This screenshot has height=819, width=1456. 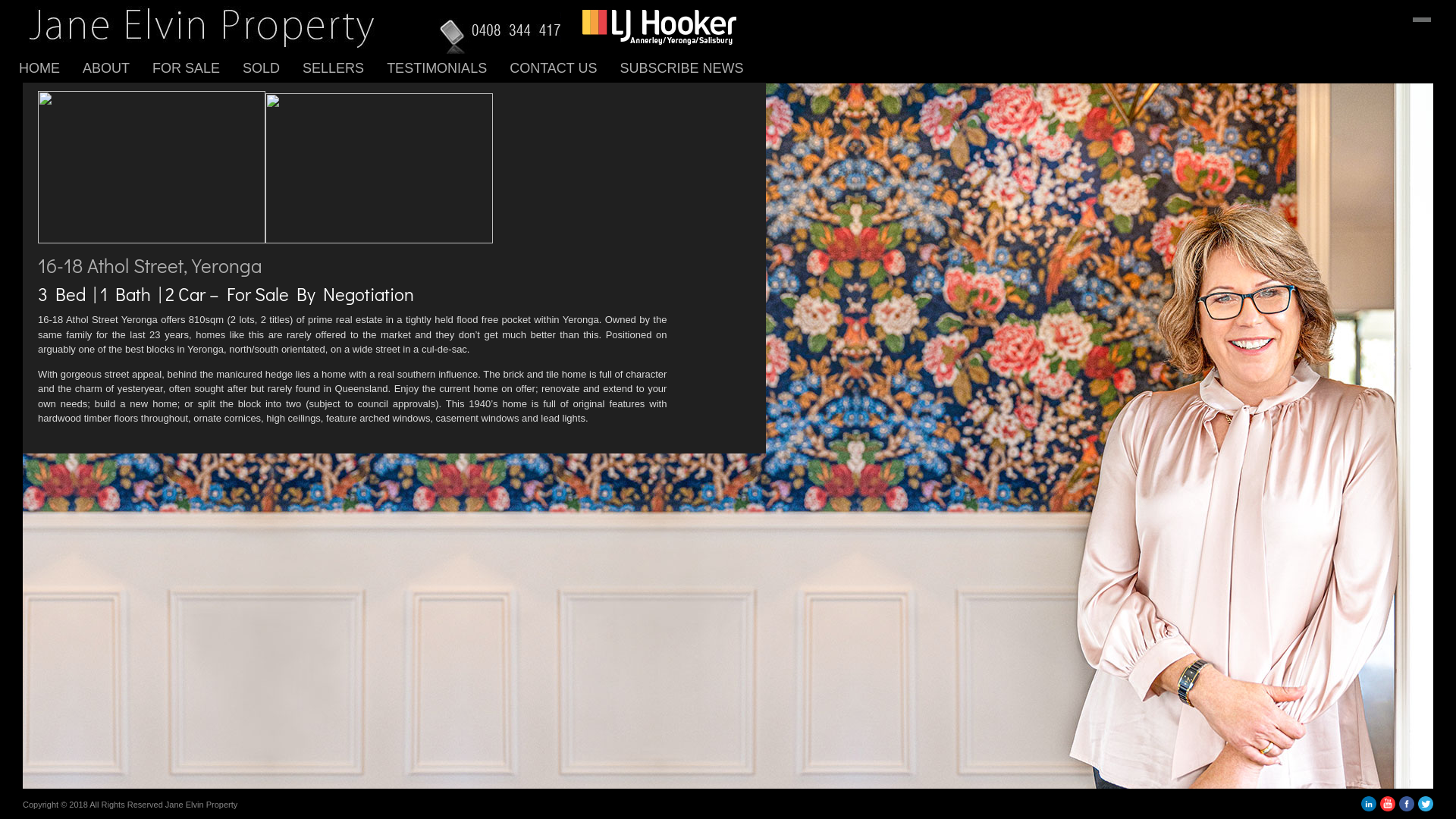 I want to click on 'Youtube', so click(x=1387, y=807).